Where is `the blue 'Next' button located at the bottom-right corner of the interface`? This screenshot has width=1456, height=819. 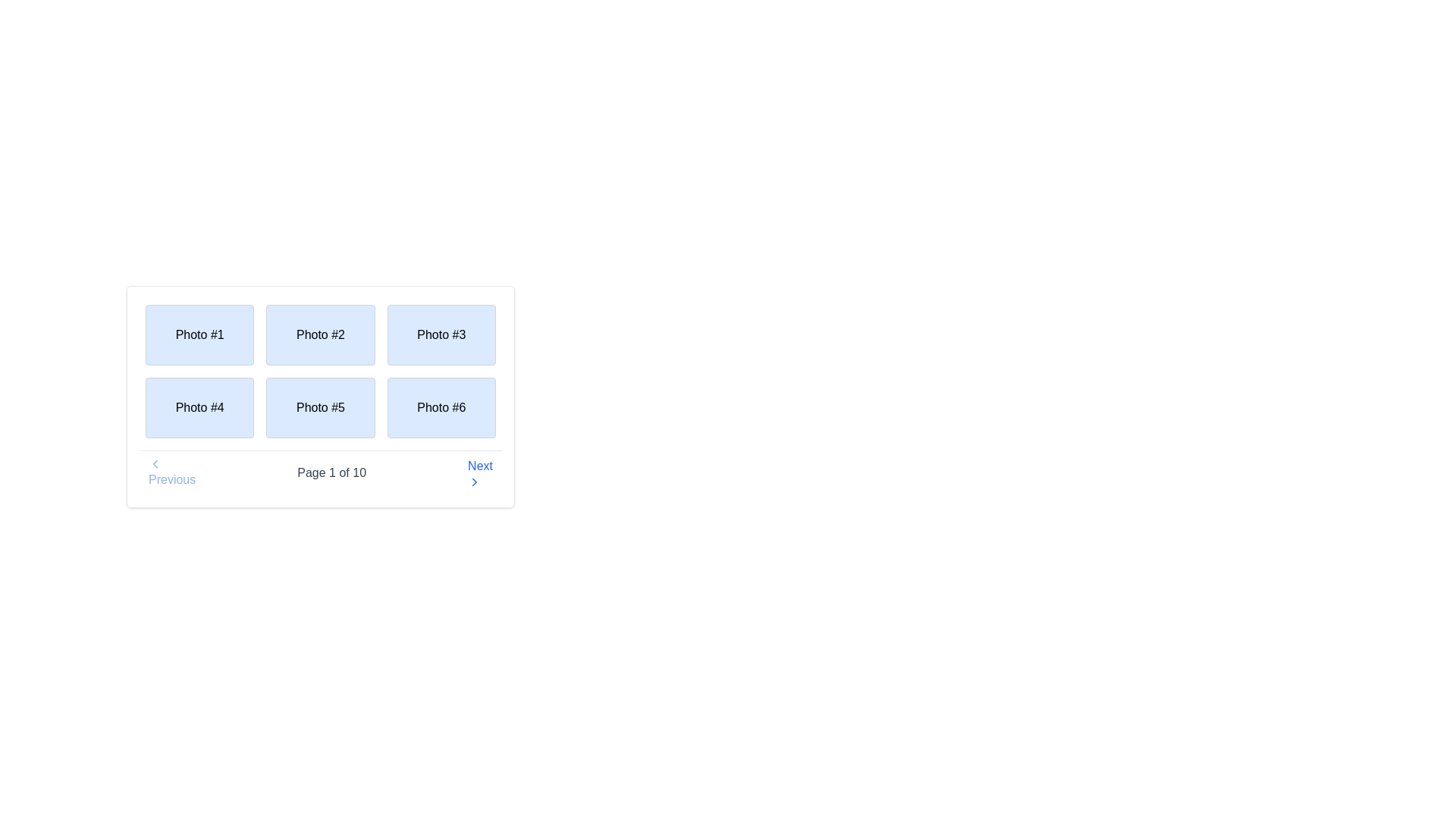 the blue 'Next' button located at the bottom-right corner of the interface is located at coordinates (479, 472).